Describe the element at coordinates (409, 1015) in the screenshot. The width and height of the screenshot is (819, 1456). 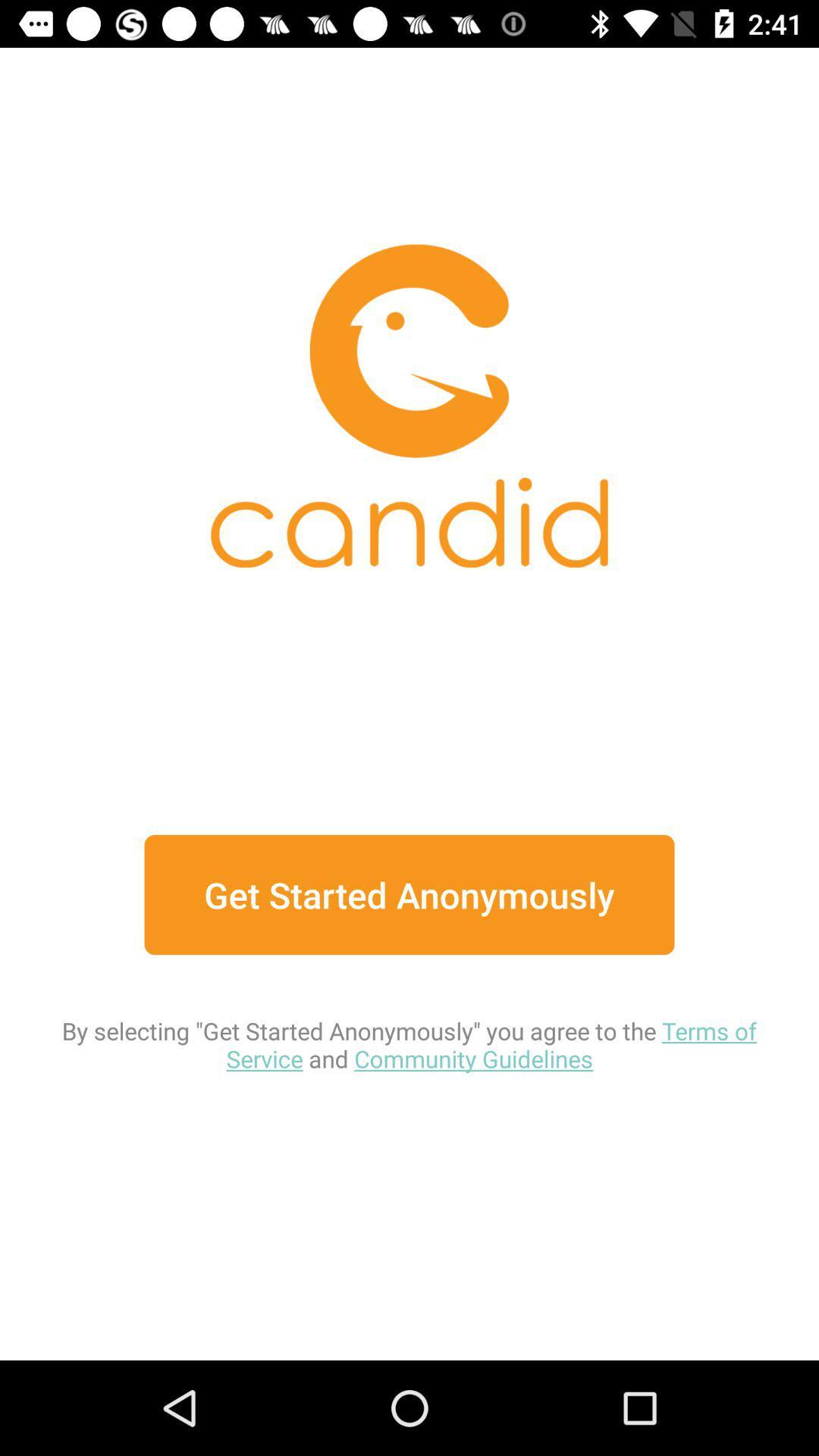
I see `item below get started anonymously item` at that location.